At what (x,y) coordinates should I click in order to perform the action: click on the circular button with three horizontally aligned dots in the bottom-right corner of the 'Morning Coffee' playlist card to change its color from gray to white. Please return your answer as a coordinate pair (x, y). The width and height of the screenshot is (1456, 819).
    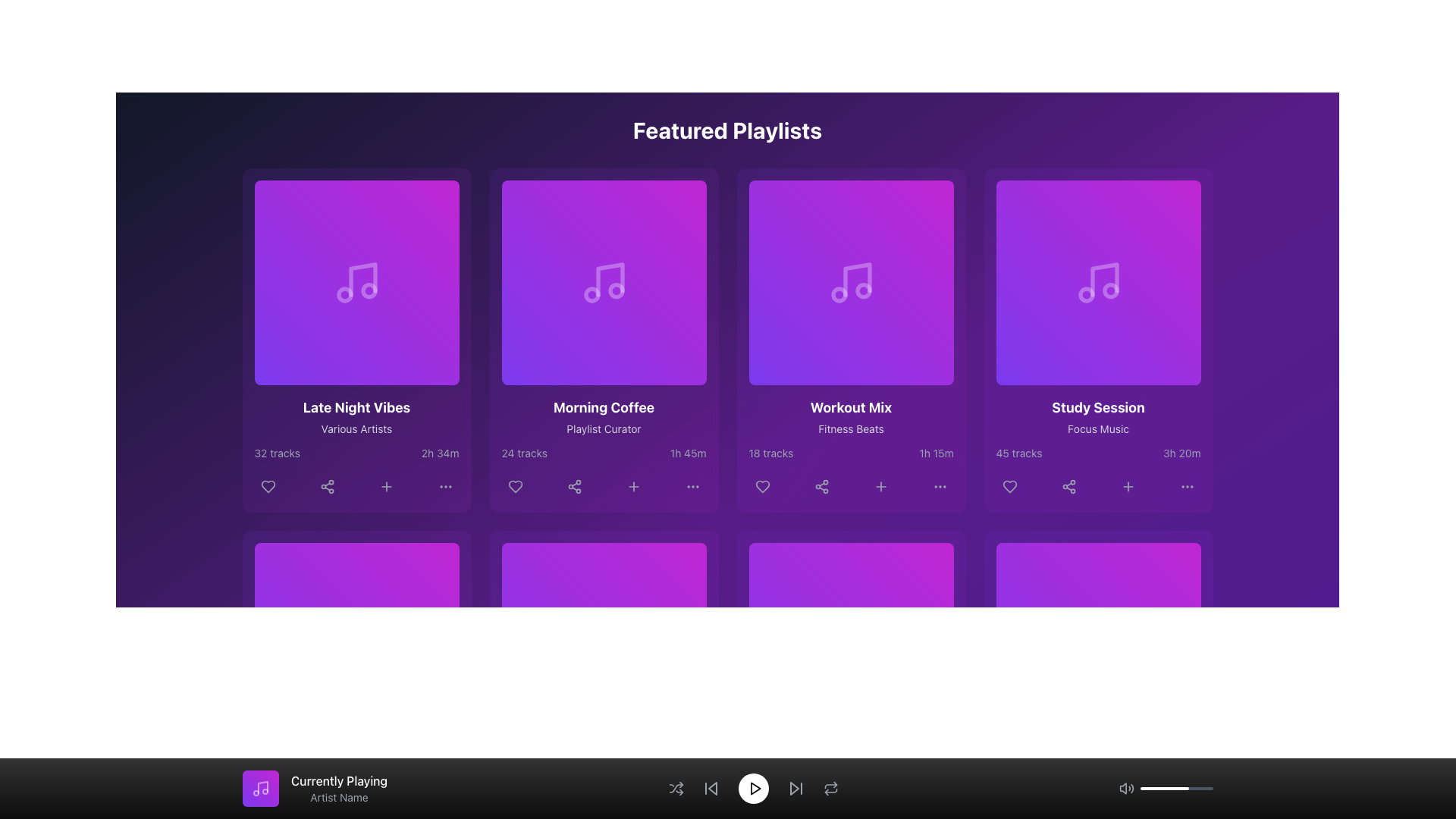
    Looking at the image, I should click on (692, 486).